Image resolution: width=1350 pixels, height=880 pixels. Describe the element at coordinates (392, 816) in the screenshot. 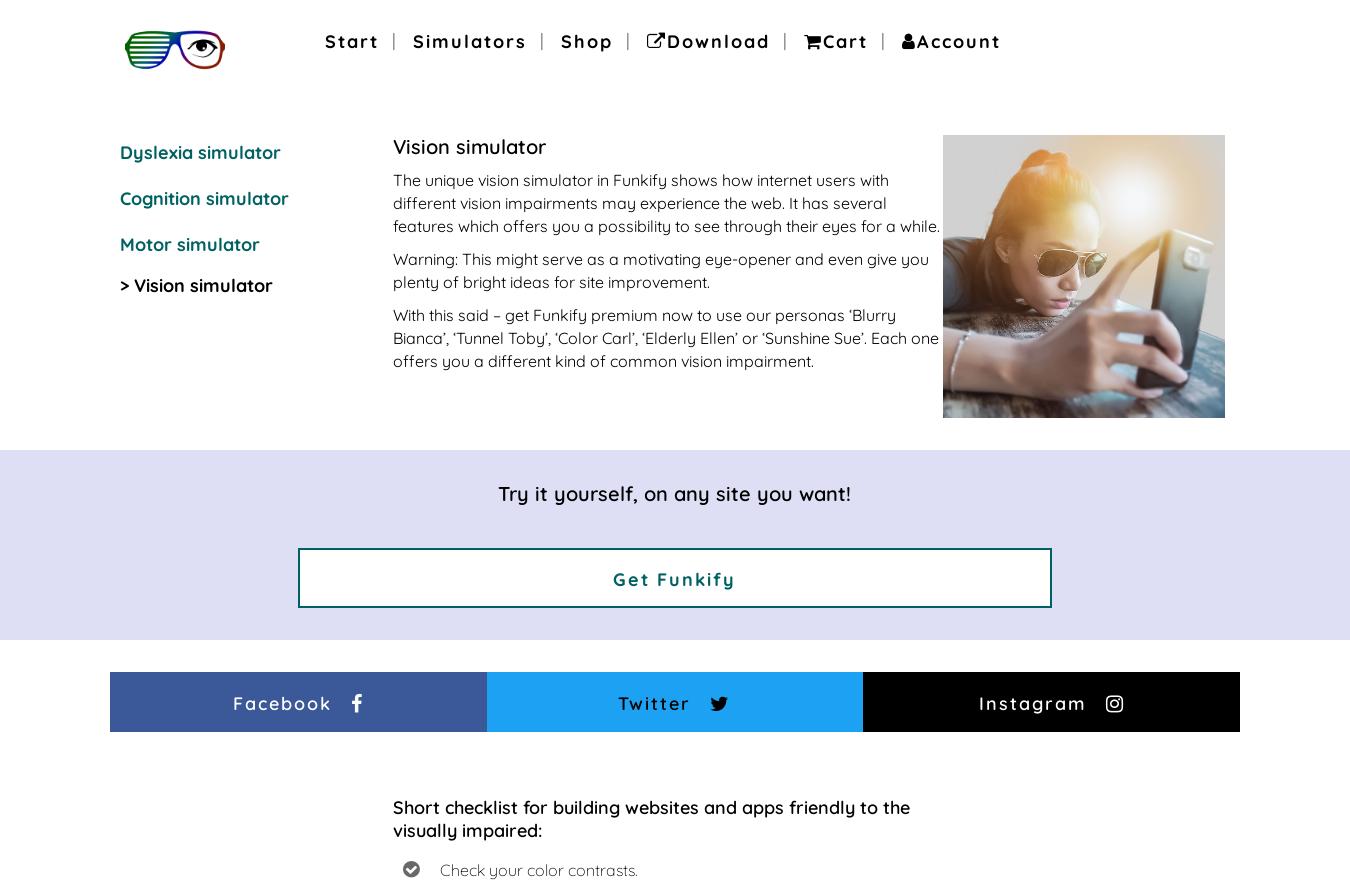

I see `'Short checklist for building websites and apps friendly to the visually impaired:'` at that location.